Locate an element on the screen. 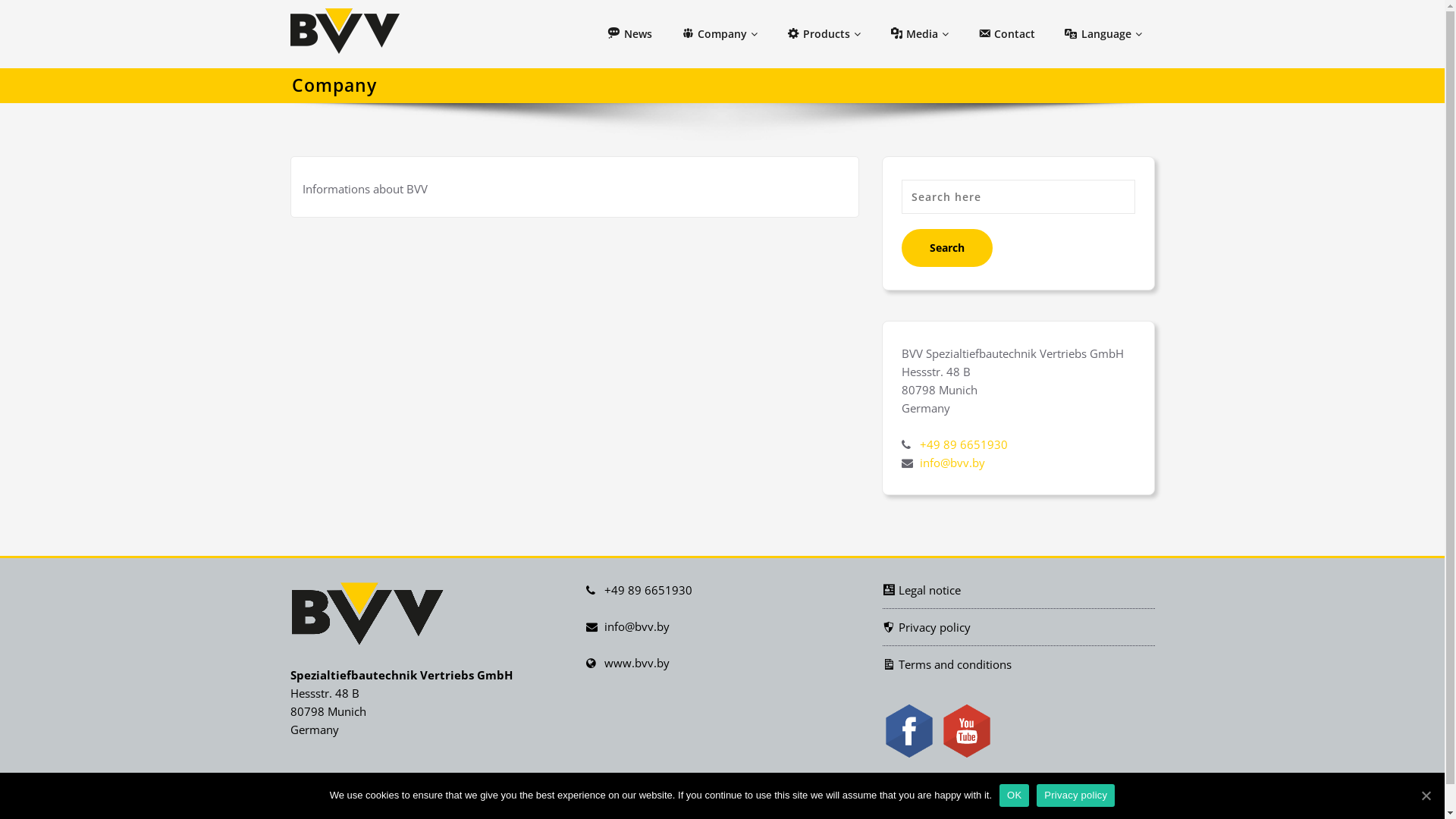  'News' is located at coordinates (589, 34).